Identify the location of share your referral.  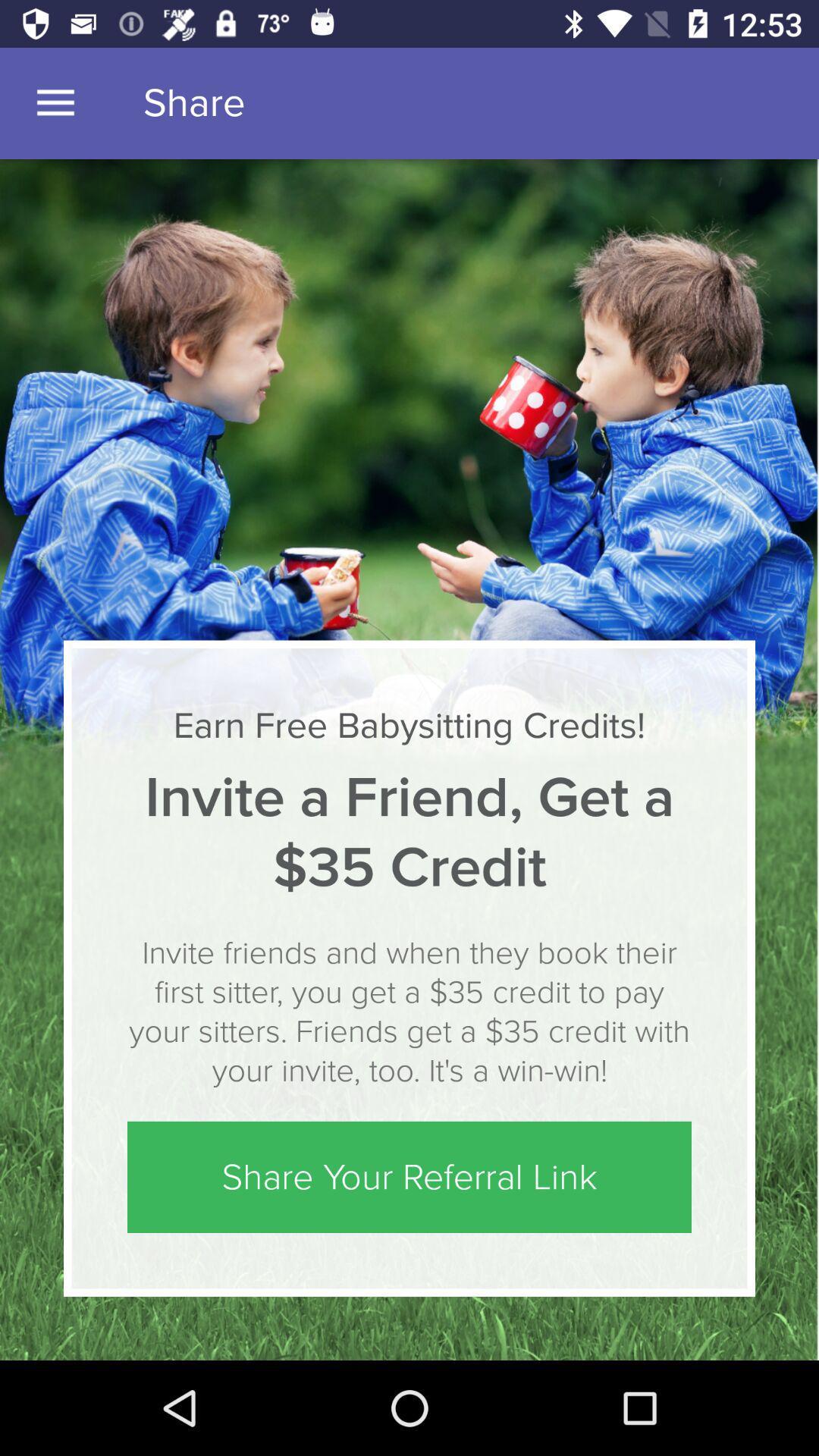
(409, 1176).